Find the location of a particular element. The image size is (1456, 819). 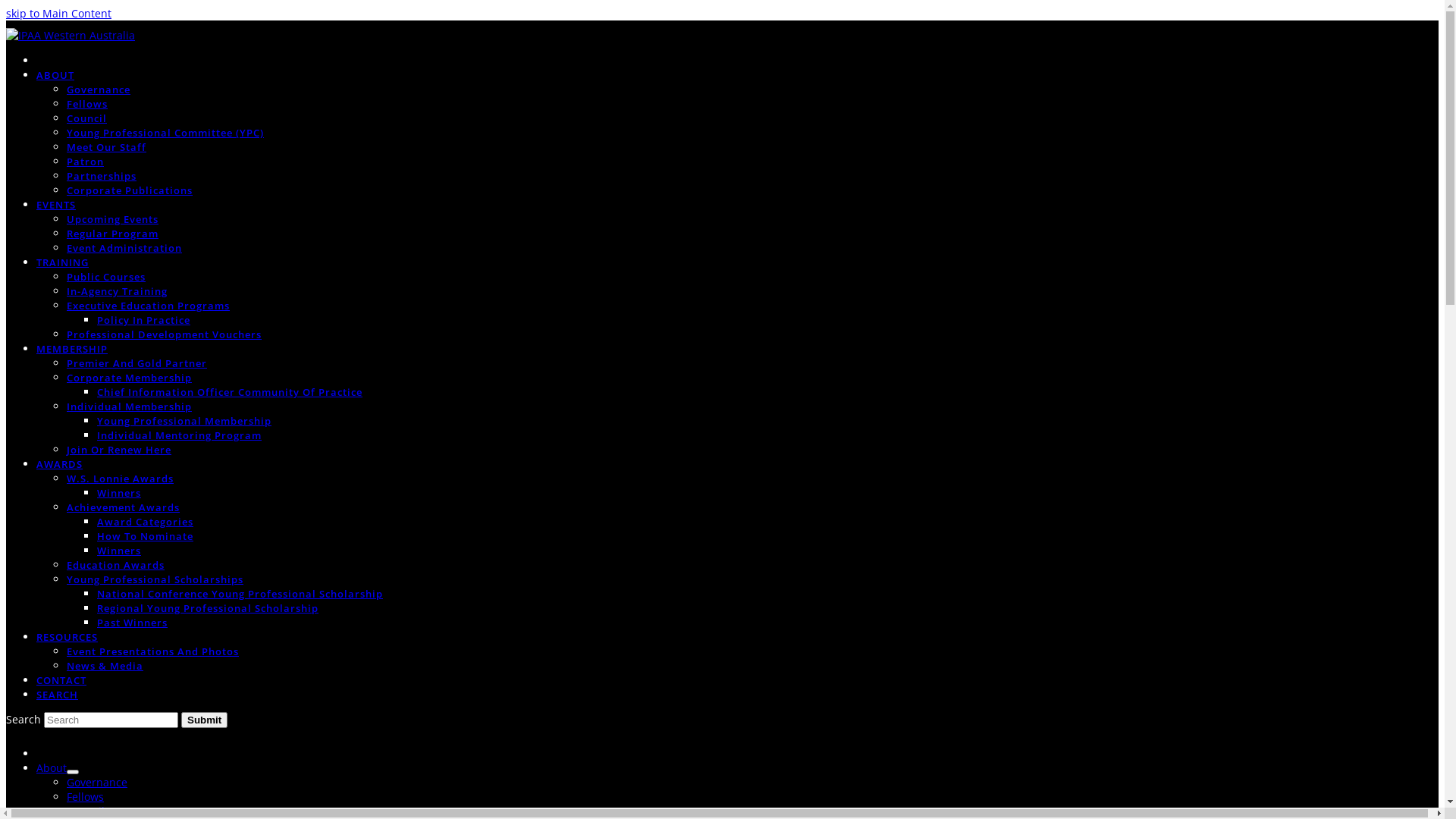

'Professional Development Vouchers' is located at coordinates (65, 333).